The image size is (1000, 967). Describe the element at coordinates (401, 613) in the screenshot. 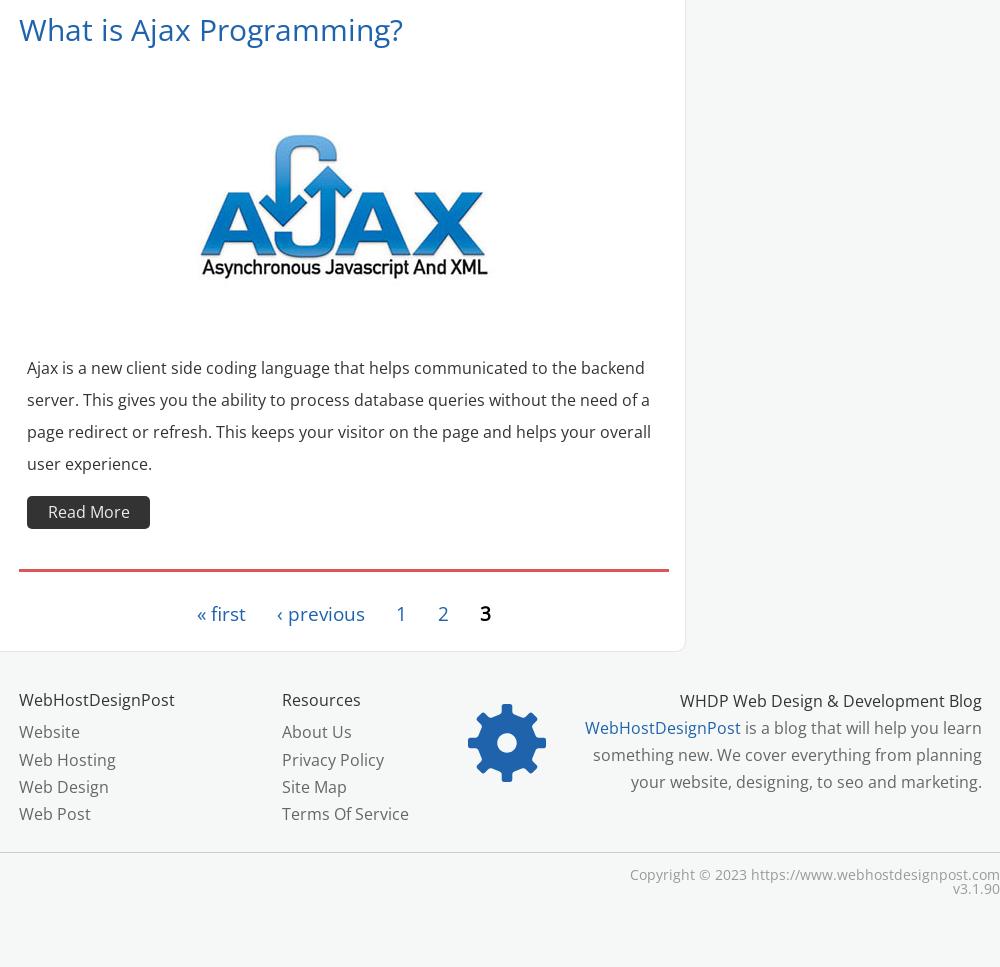

I see `'1'` at that location.